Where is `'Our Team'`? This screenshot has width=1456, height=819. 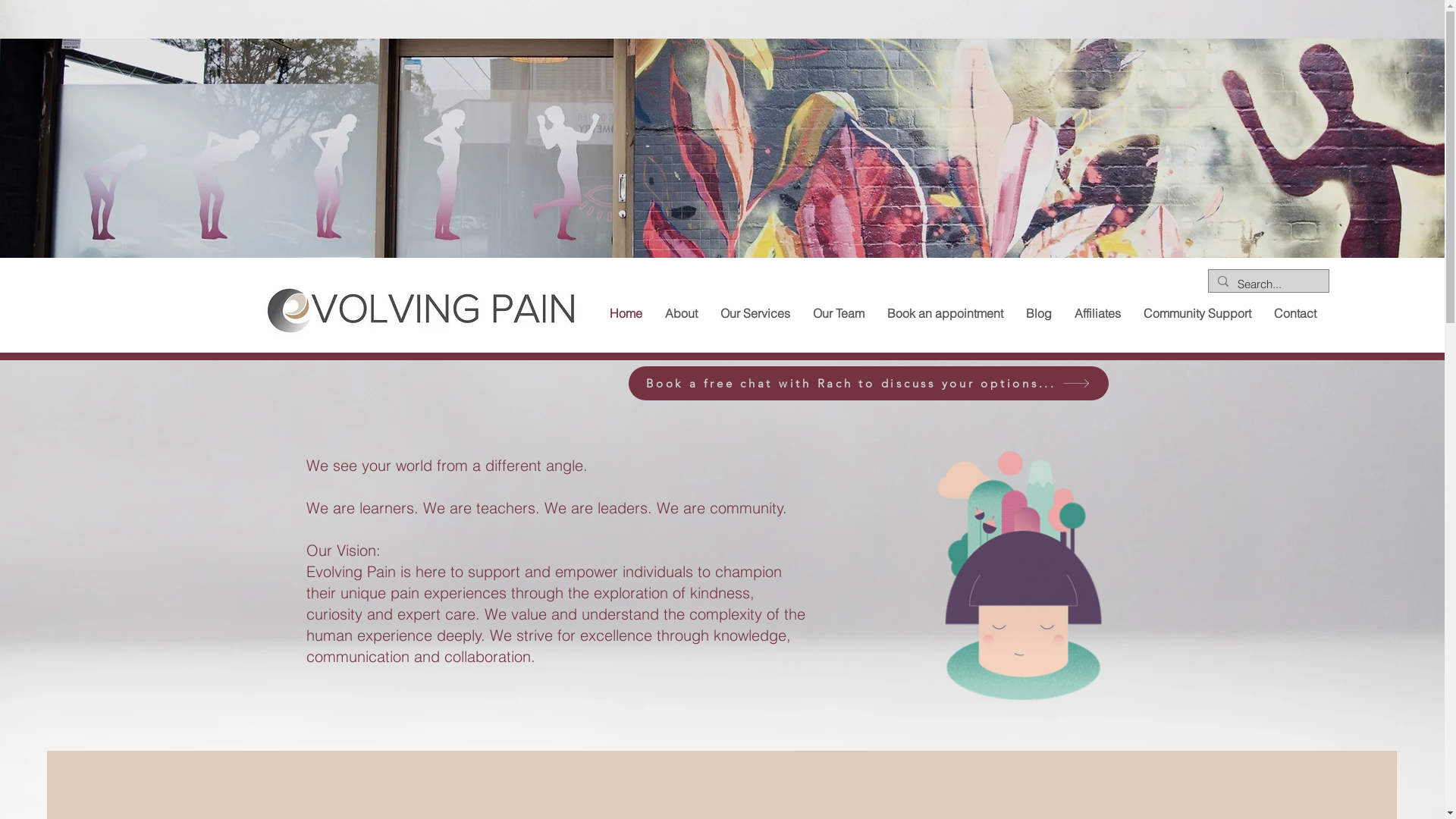
'Our Team' is located at coordinates (800, 312).